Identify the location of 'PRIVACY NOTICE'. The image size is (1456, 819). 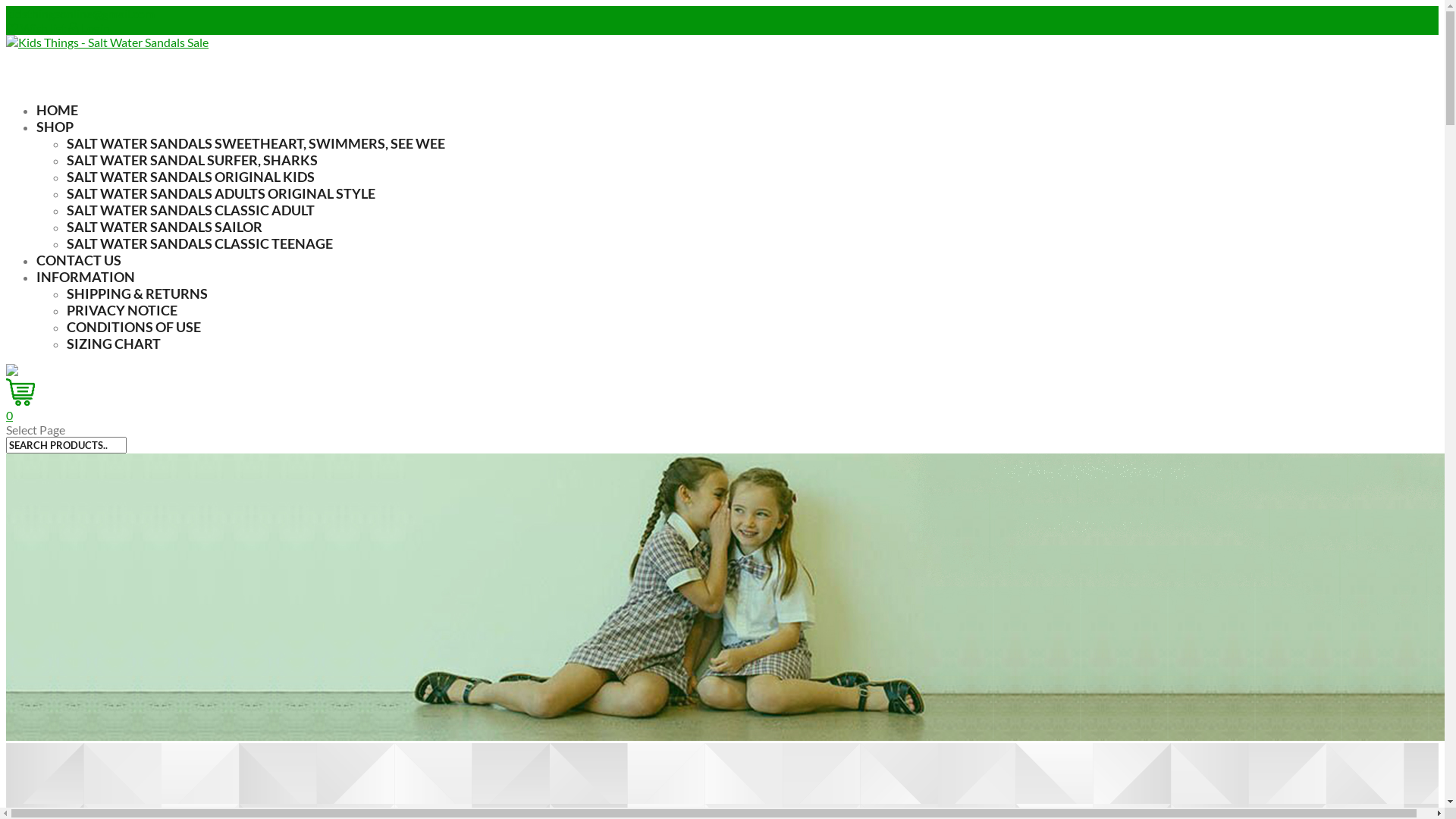
(122, 309).